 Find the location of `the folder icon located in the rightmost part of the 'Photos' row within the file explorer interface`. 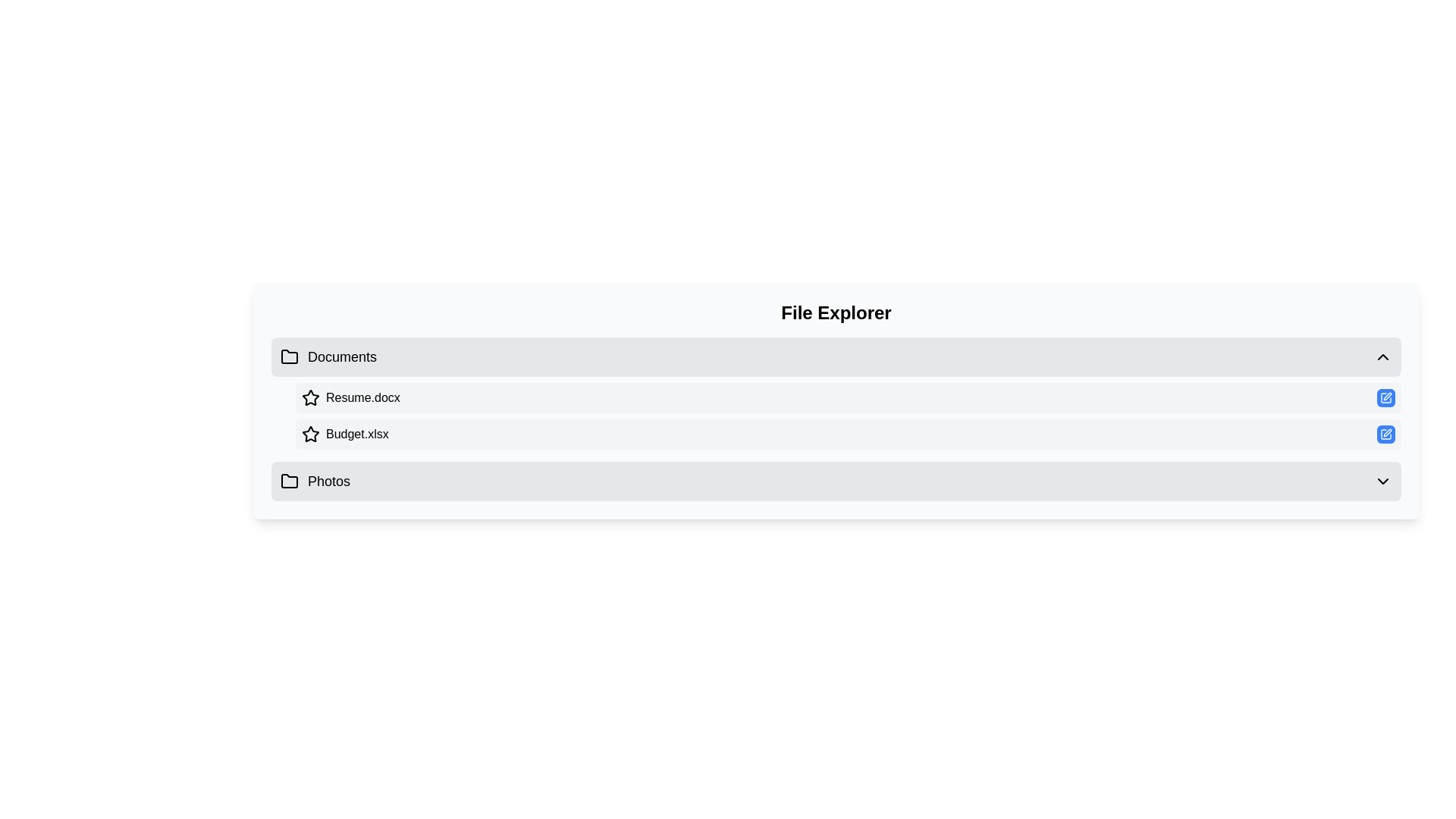

the folder icon located in the rightmost part of the 'Photos' row within the file explorer interface is located at coordinates (290, 481).